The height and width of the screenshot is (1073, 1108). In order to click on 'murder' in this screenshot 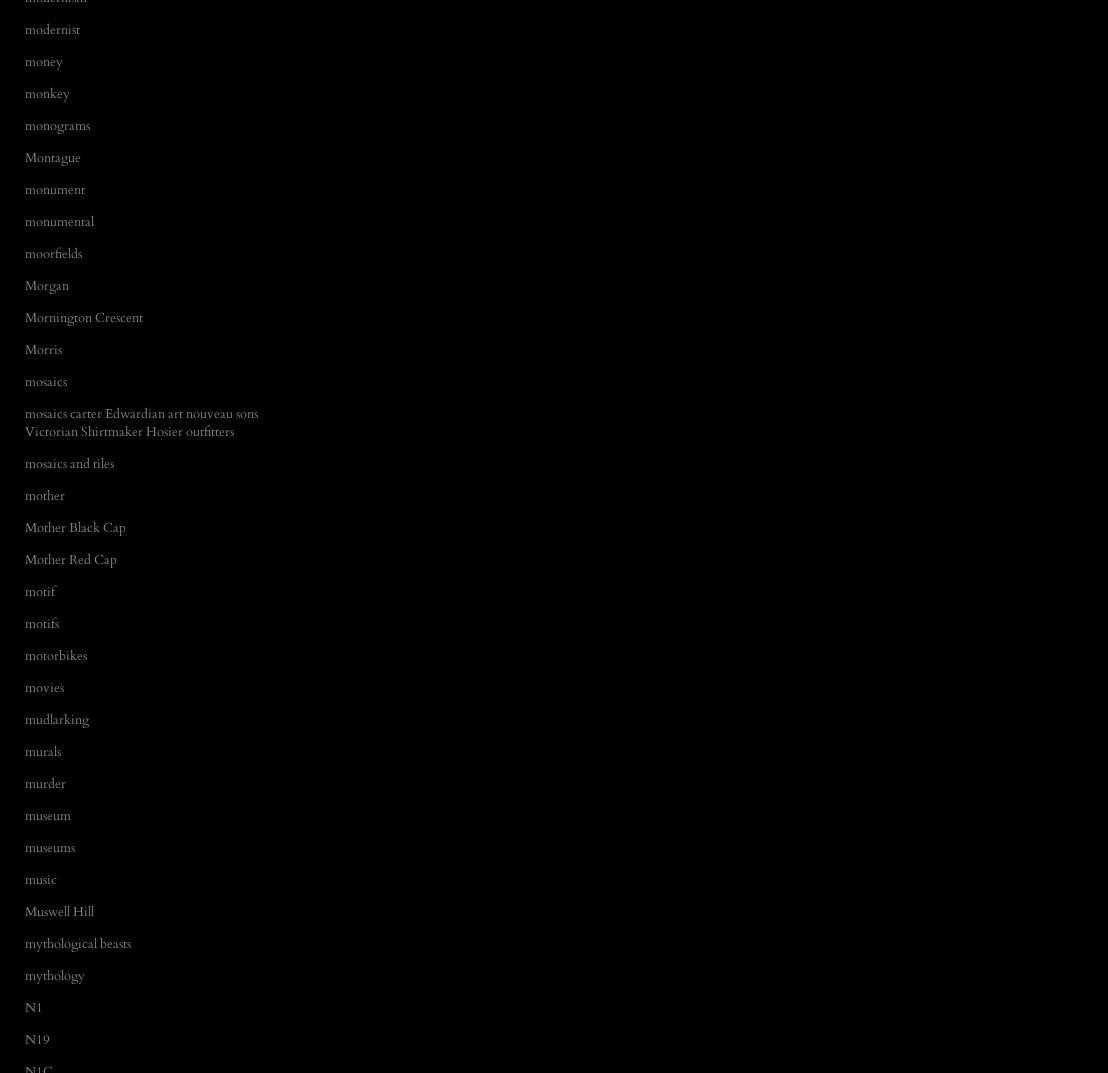, I will do `click(45, 782)`.